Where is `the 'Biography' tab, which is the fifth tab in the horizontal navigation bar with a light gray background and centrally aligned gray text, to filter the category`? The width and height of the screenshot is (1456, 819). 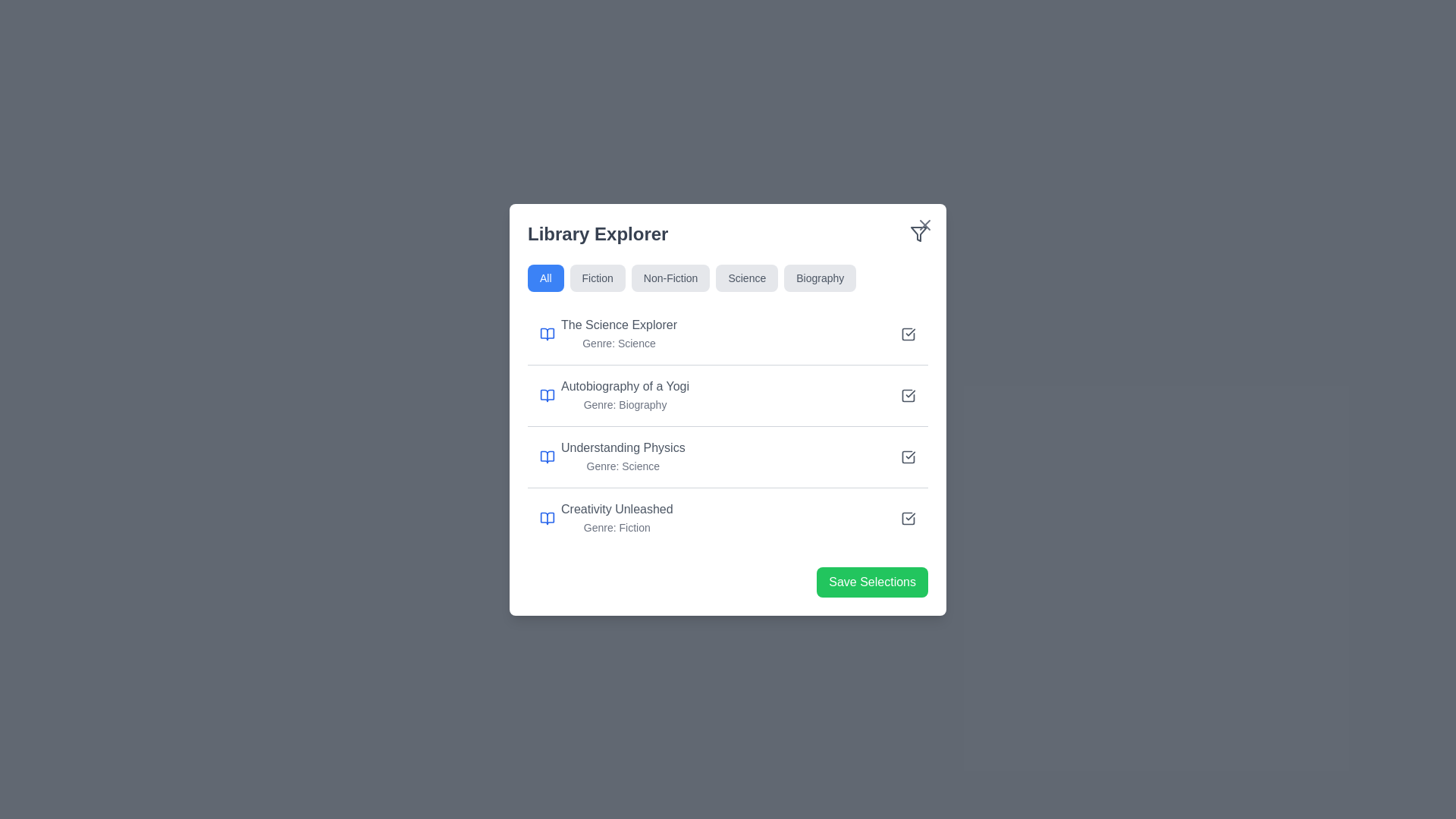
the 'Biography' tab, which is the fifth tab in the horizontal navigation bar with a light gray background and centrally aligned gray text, to filter the category is located at coordinates (819, 278).